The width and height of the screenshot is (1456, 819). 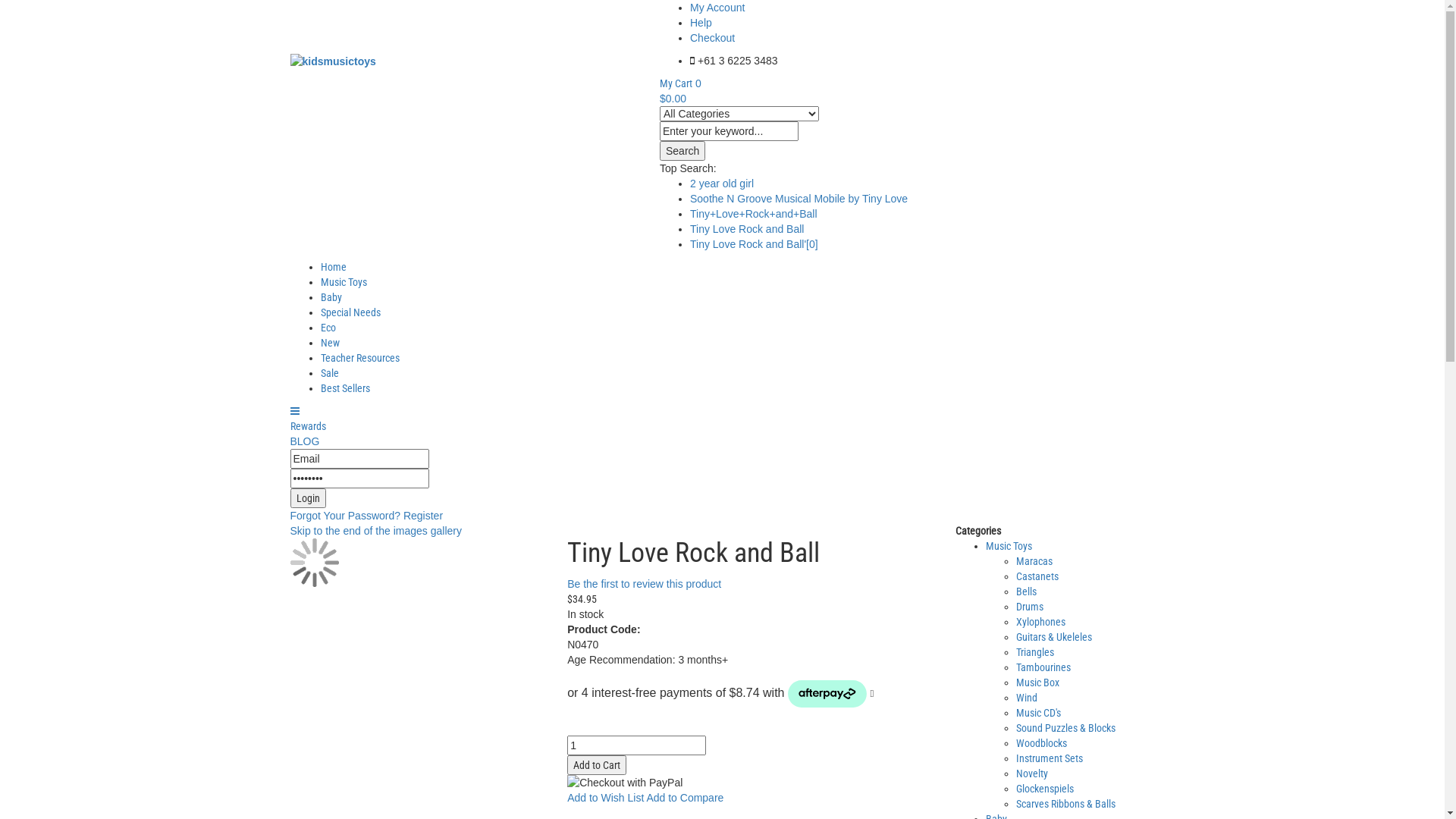 What do you see at coordinates (344, 388) in the screenshot?
I see `'Best Sellers'` at bounding box center [344, 388].